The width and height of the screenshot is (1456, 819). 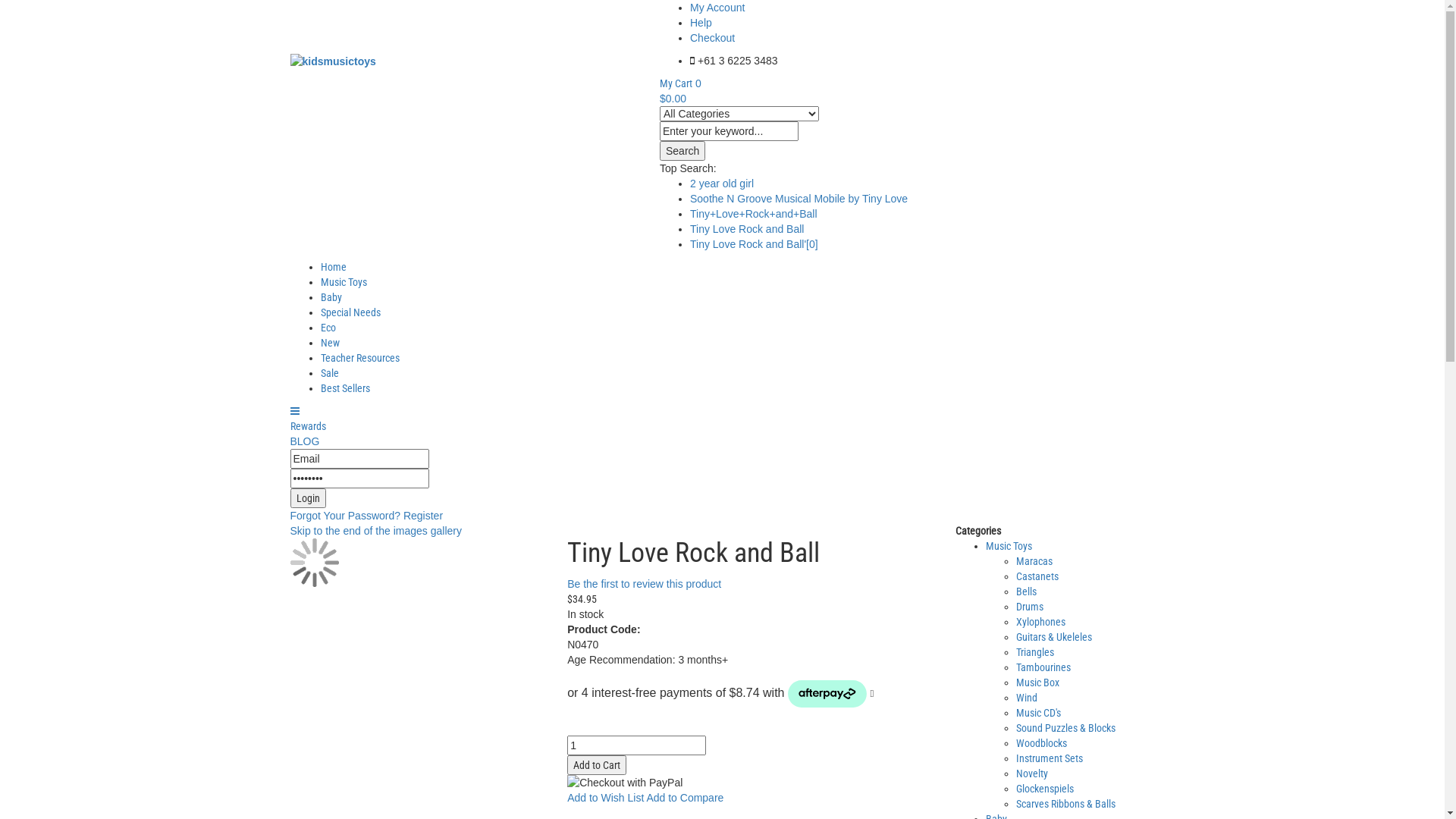 What do you see at coordinates (344, 388) in the screenshot?
I see `'Best Sellers'` at bounding box center [344, 388].